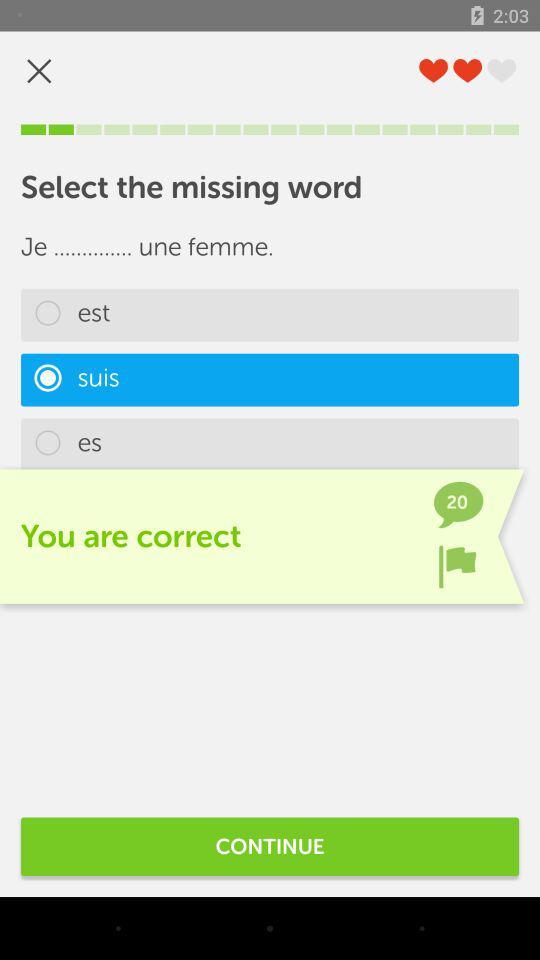 The height and width of the screenshot is (960, 540). I want to click on the continue icon, so click(270, 845).